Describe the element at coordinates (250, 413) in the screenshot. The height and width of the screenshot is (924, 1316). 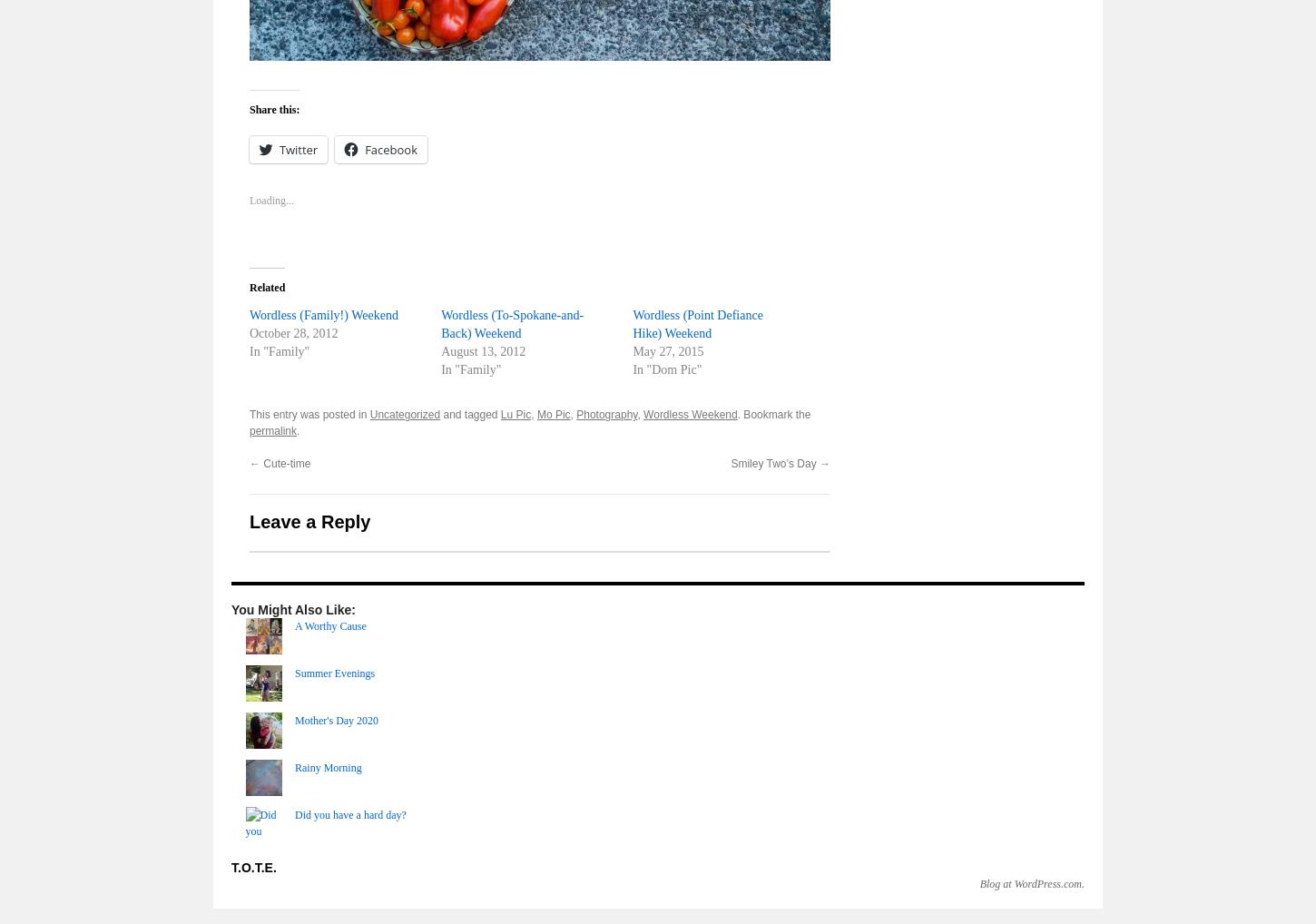
I see `'This entry was posted in'` at that location.